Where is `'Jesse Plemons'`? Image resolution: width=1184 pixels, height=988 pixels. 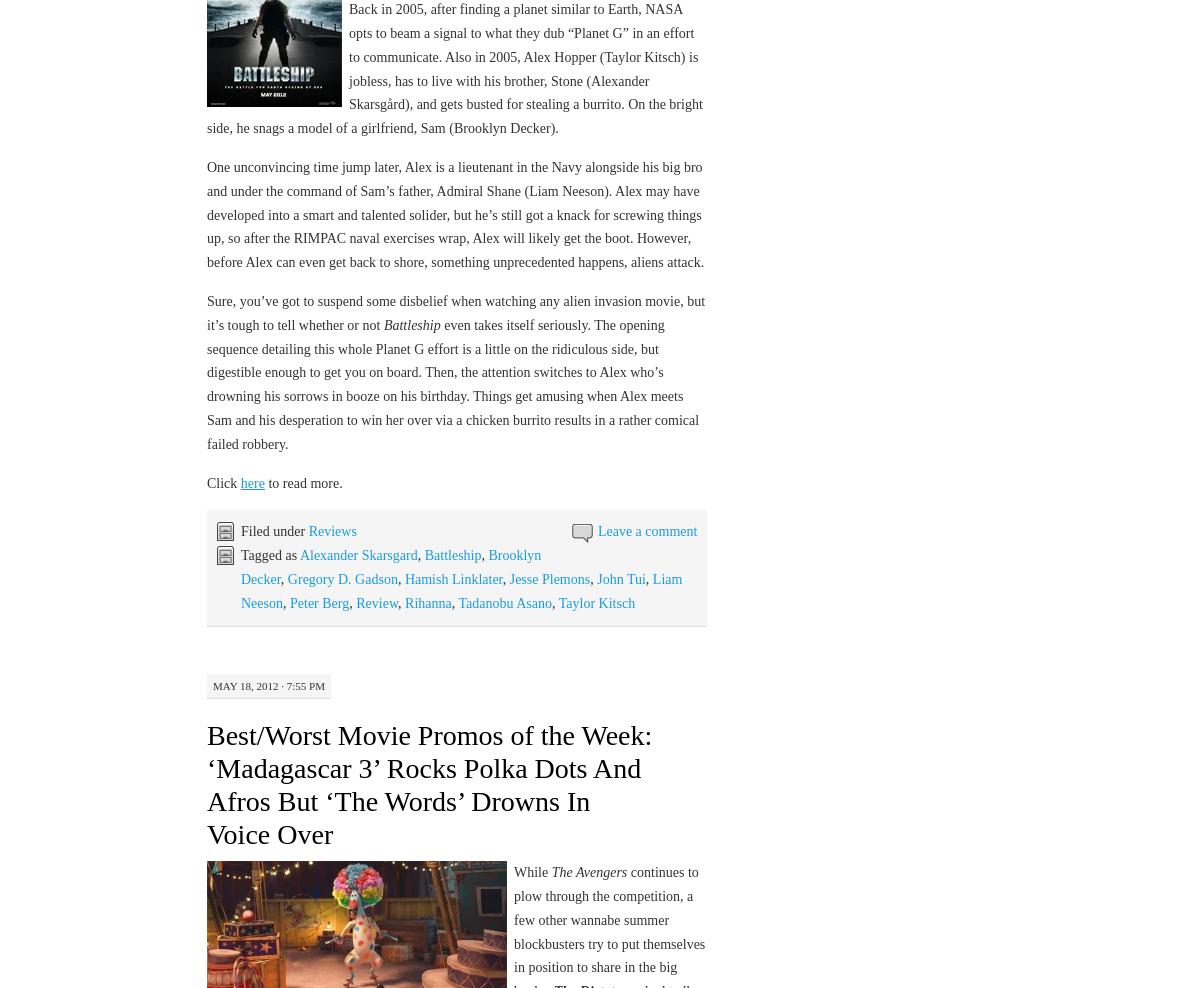
'Jesse Plemons' is located at coordinates (508, 578).